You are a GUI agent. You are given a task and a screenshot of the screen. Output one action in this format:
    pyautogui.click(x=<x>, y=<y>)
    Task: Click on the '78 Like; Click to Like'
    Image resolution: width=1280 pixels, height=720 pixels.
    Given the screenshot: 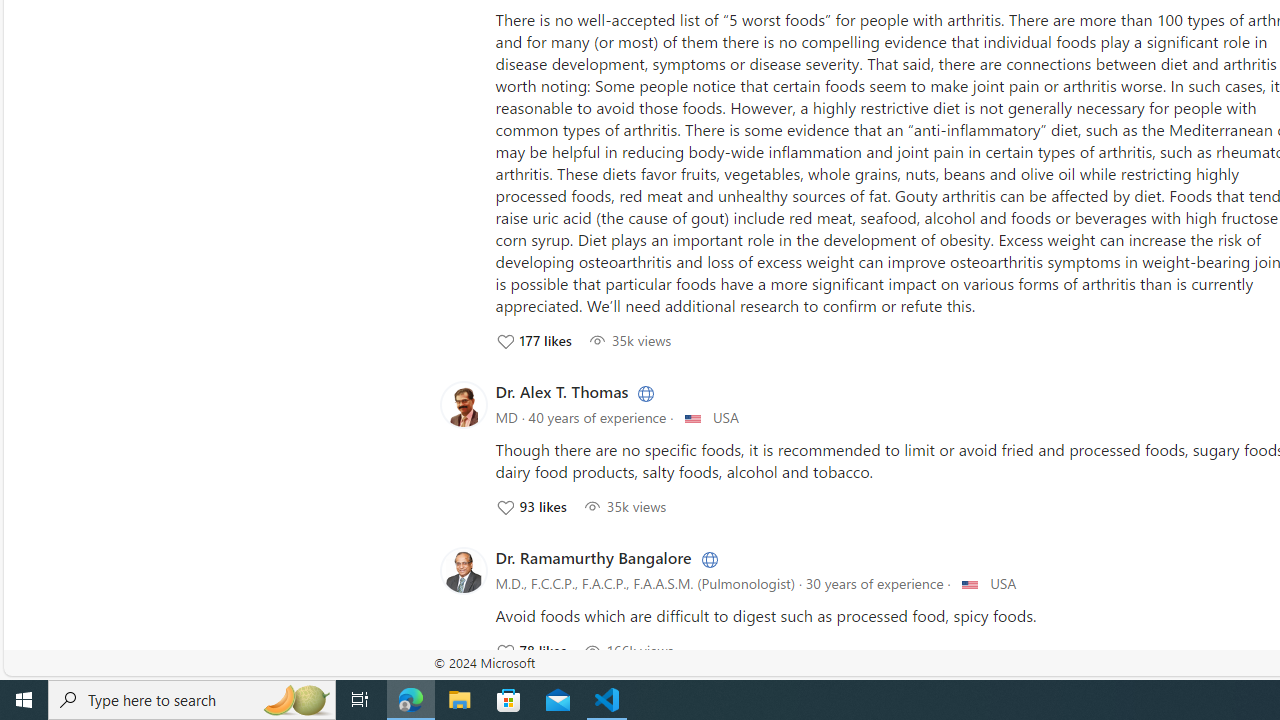 What is the action you would take?
    pyautogui.click(x=530, y=650)
    